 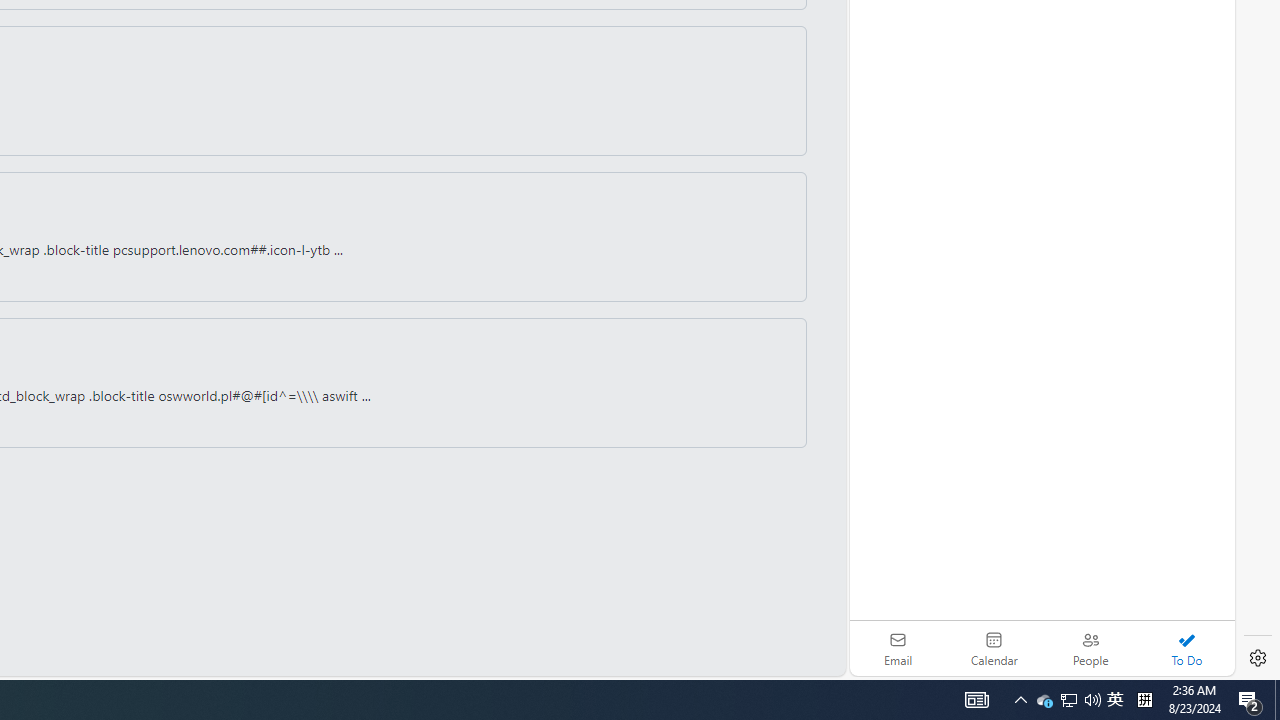 What do you see at coordinates (994, 648) in the screenshot?
I see `'Calendar. Date today is 22'` at bounding box center [994, 648].